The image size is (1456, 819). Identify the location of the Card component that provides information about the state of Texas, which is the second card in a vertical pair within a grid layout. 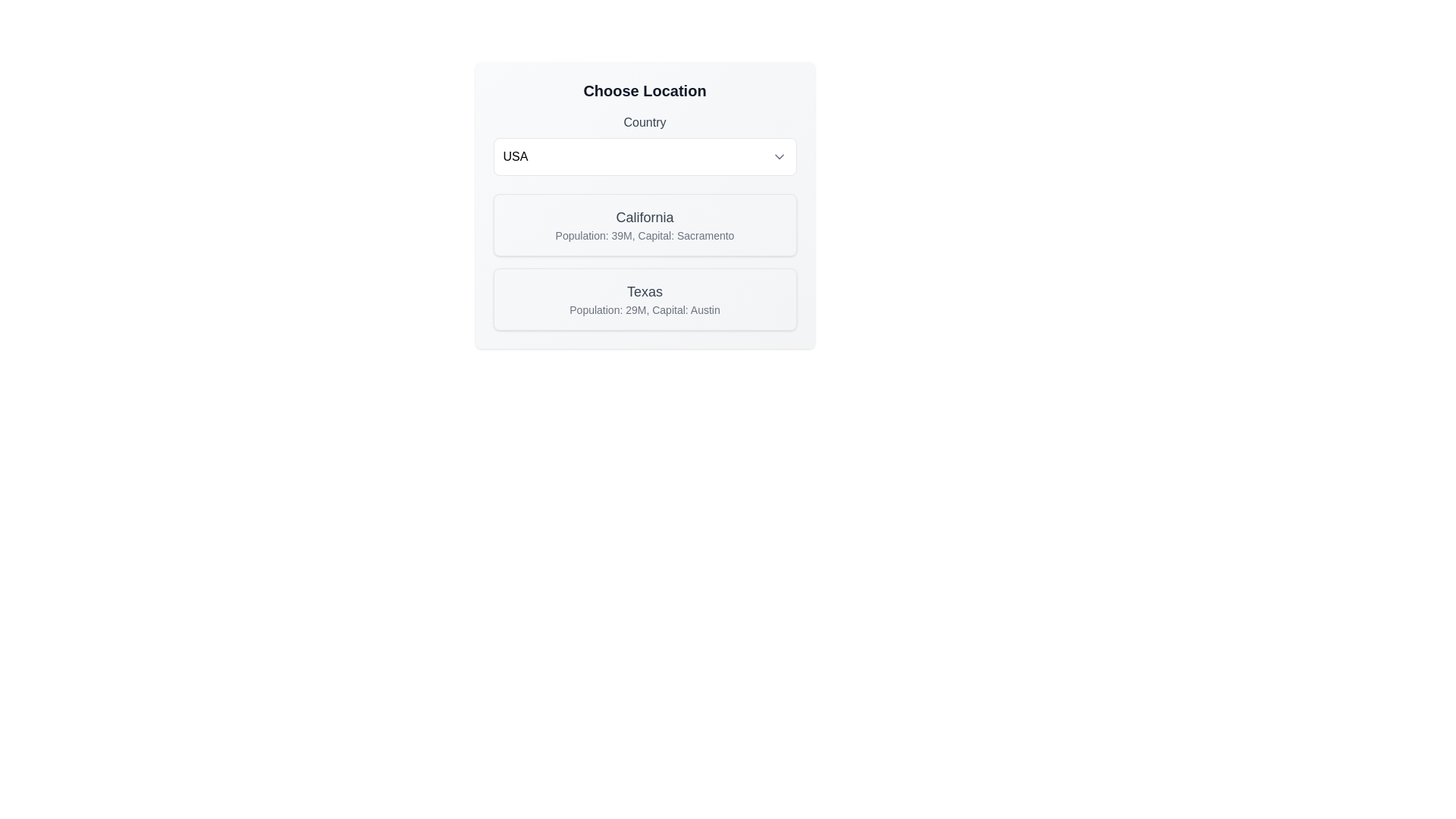
(645, 299).